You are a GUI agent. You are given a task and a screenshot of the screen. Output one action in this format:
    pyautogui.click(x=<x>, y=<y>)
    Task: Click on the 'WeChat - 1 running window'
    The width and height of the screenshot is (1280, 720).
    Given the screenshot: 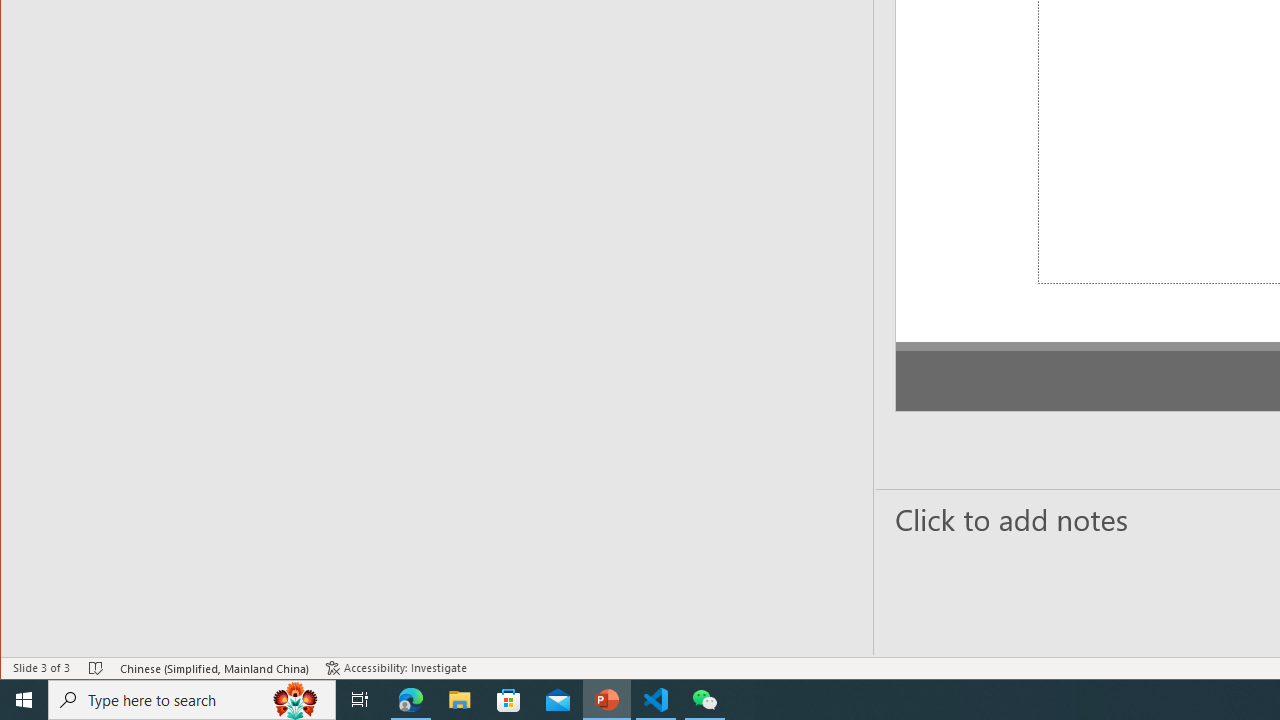 What is the action you would take?
    pyautogui.click(x=705, y=698)
    